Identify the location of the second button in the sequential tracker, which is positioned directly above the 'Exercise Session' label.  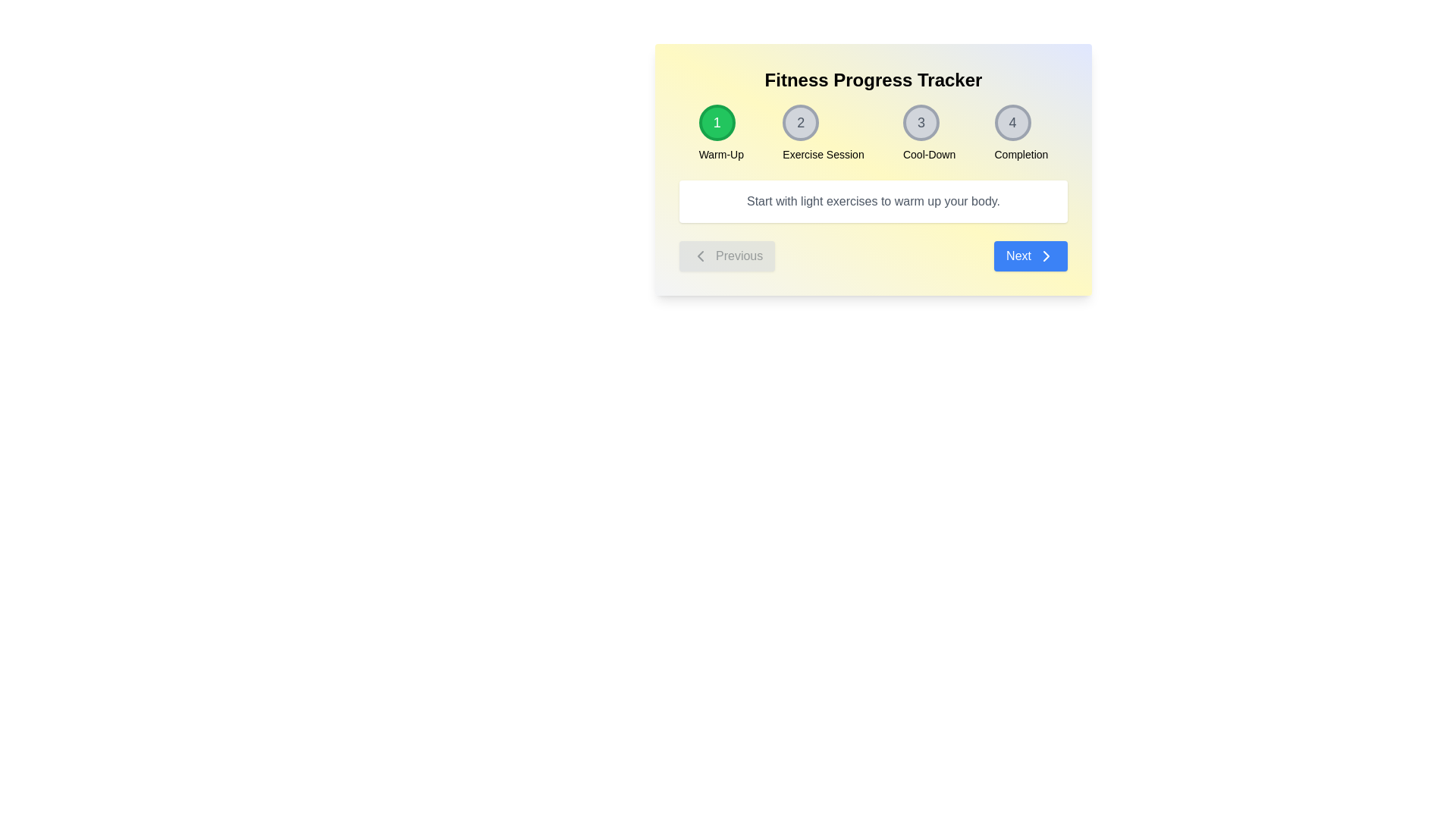
(800, 122).